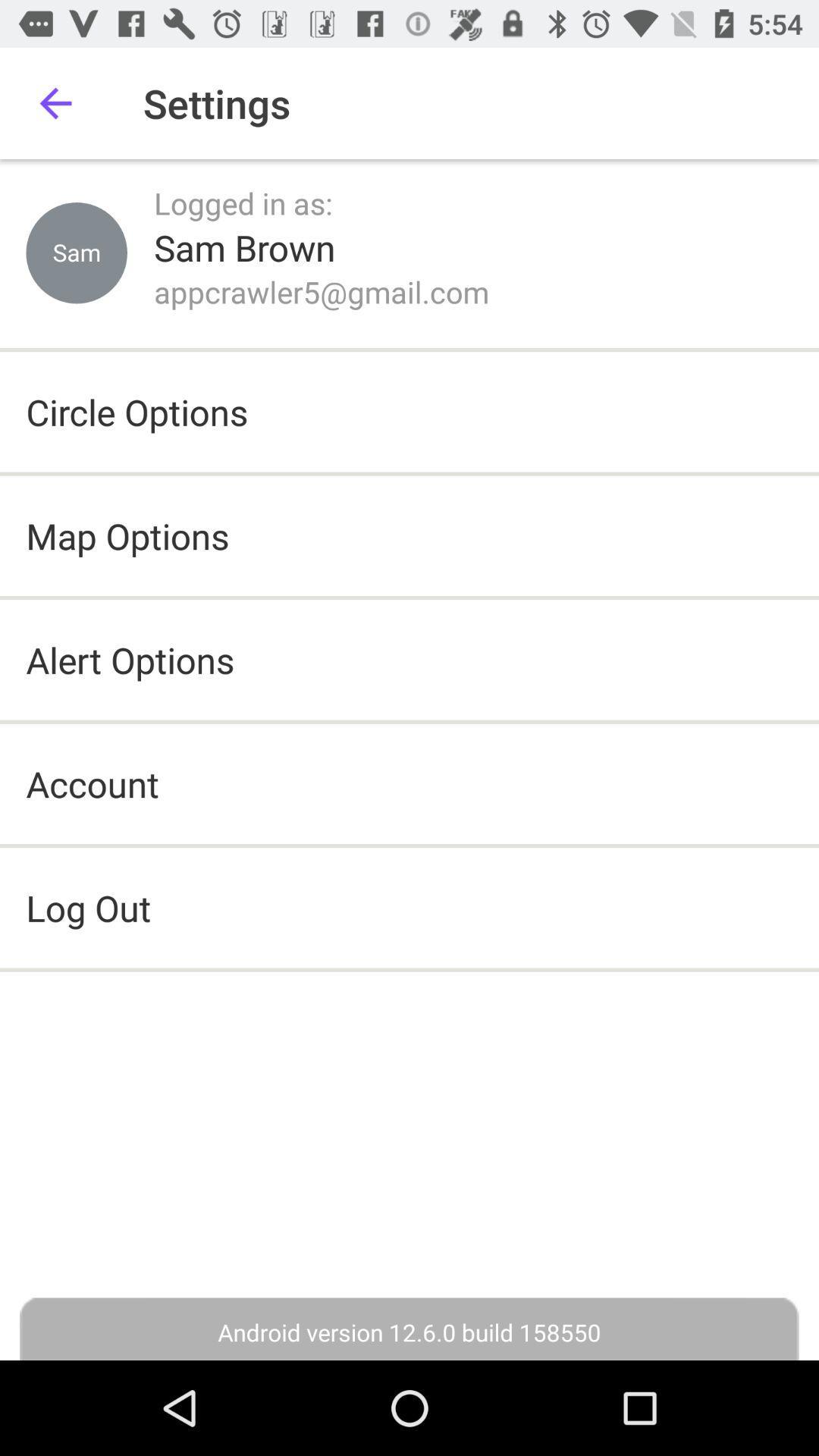 The height and width of the screenshot is (1456, 819). What do you see at coordinates (55, 102) in the screenshot?
I see `item next to settings item` at bounding box center [55, 102].